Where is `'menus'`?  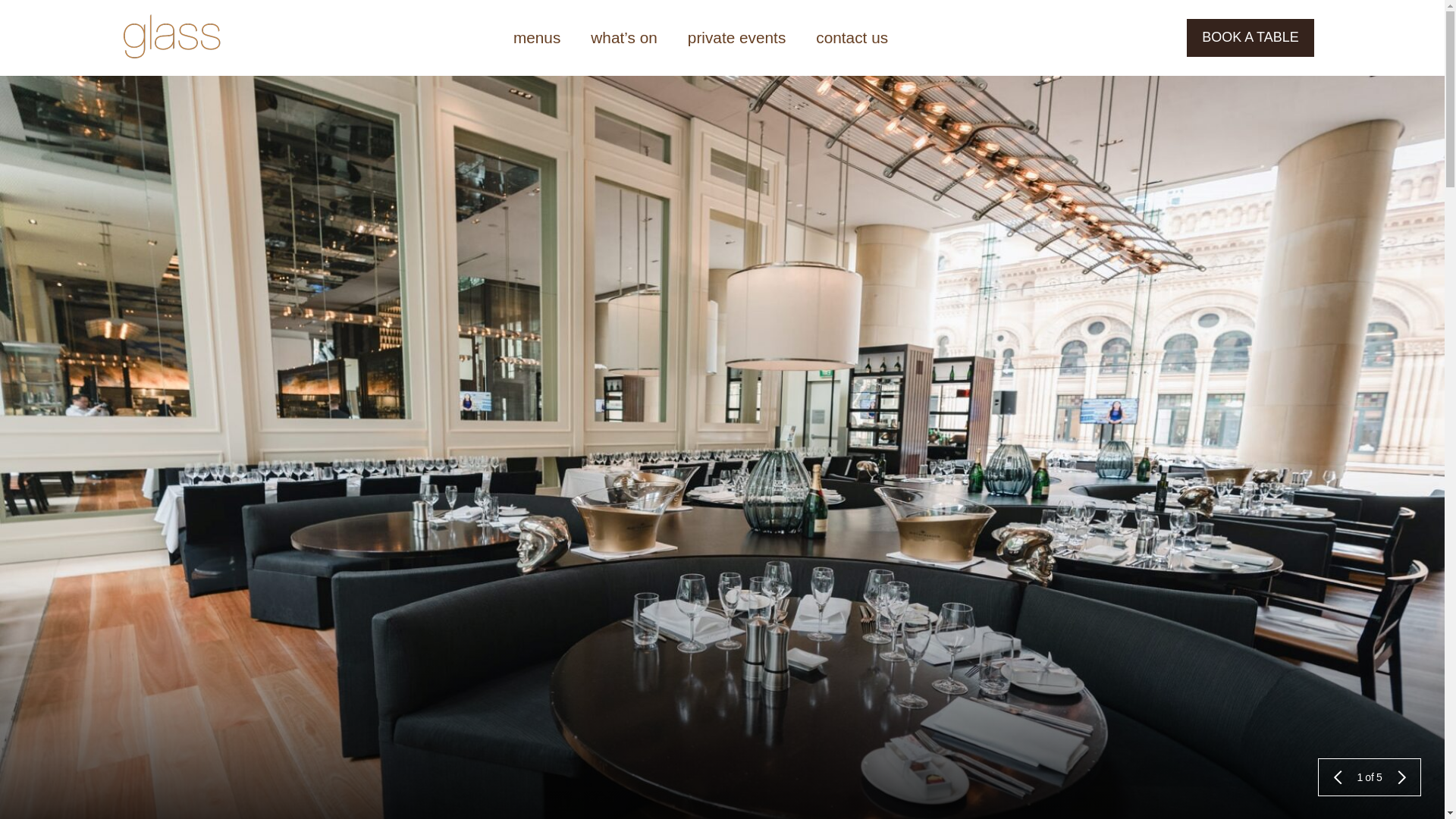 'menus' is located at coordinates (537, 37).